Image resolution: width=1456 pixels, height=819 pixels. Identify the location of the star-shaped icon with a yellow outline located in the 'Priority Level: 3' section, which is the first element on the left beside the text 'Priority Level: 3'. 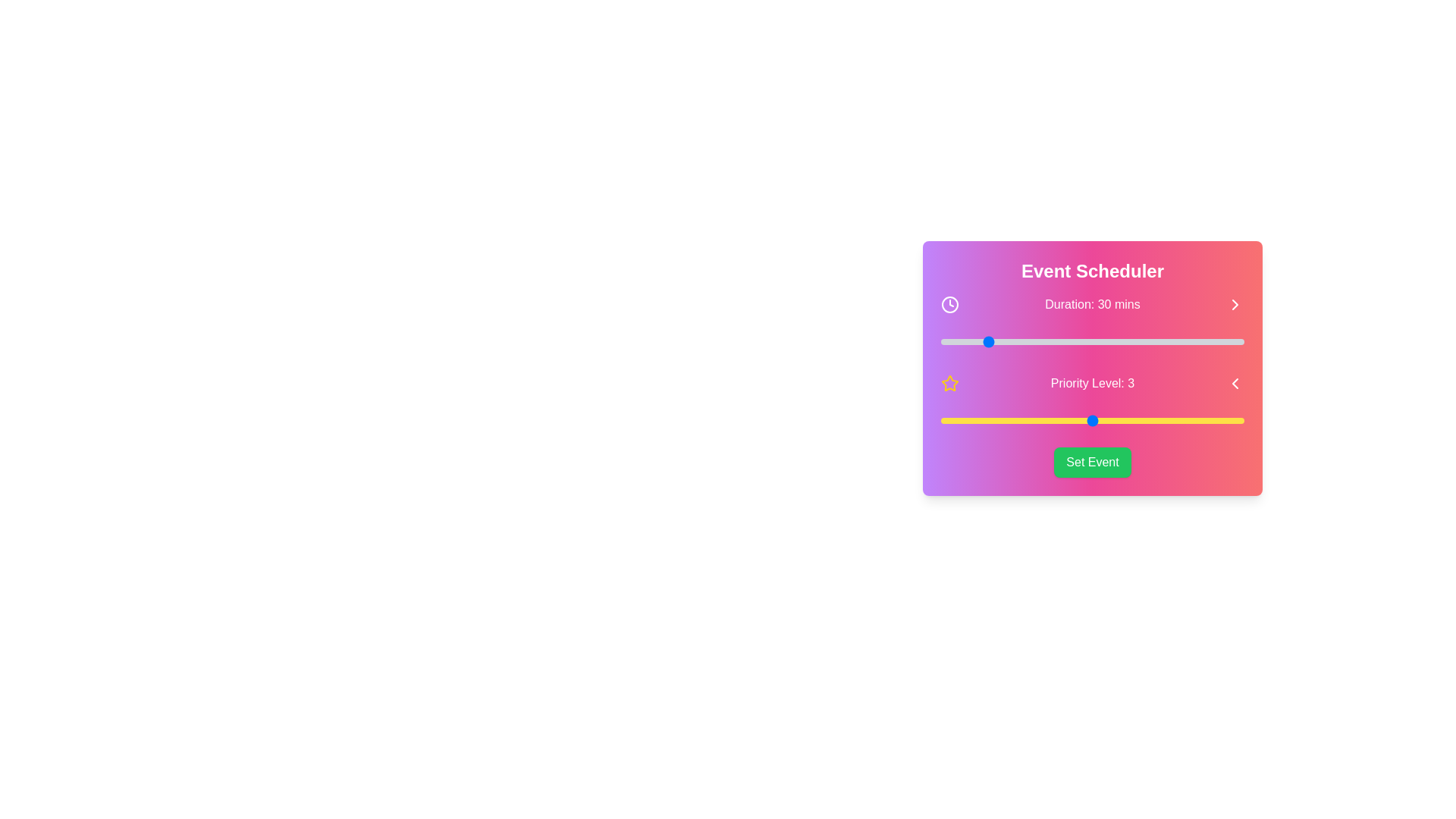
(949, 382).